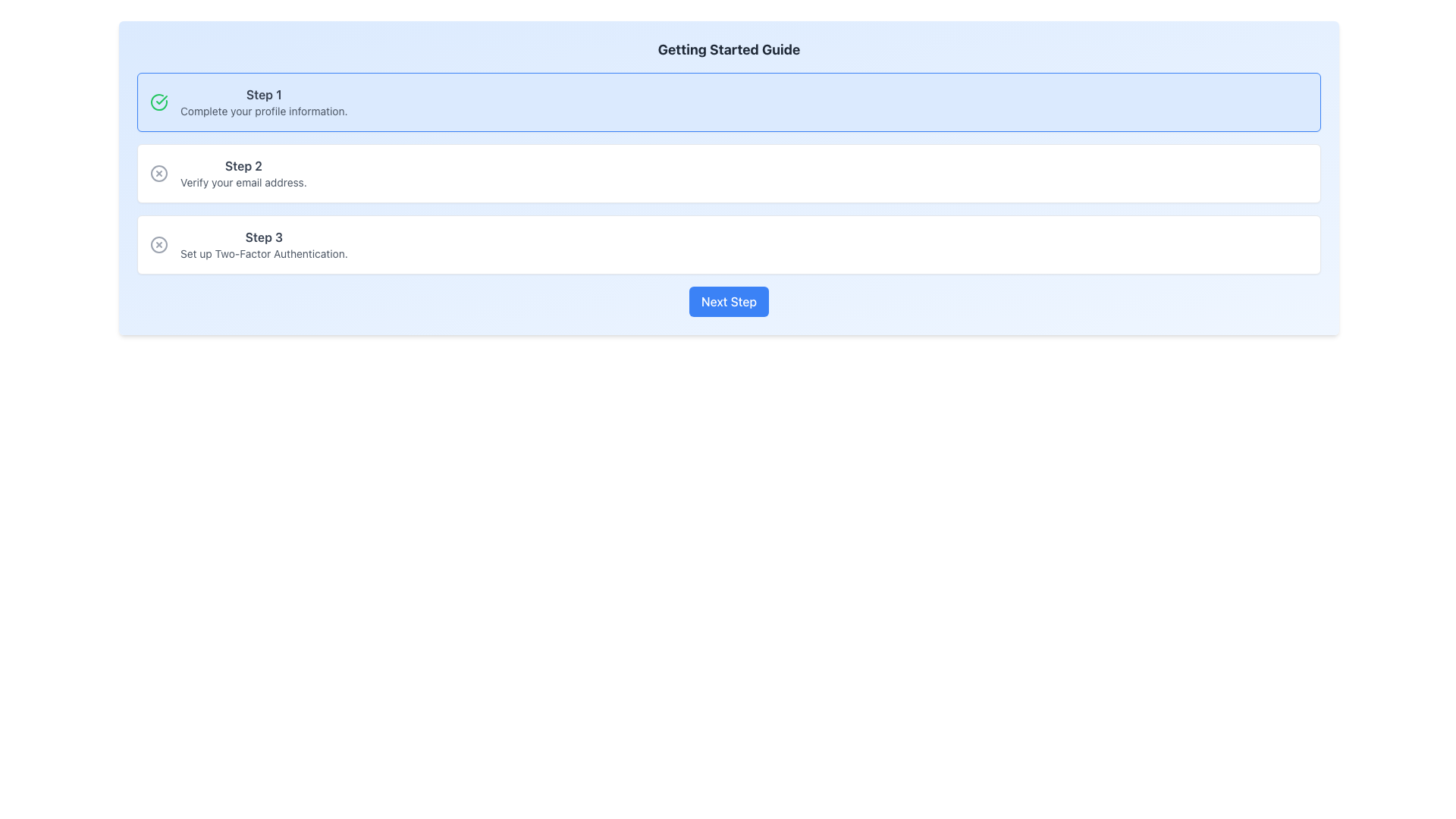 This screenshot has height=819, width=1456. What do you see at coordinates (264, 102) in the screenshot?
I see `the informational text element that indicates the first step of a multi-step process in a getting-started guide, which is located at the top of the list inside a bordered and highlighted box with a light blue fill` at bounding box center [264, 102].